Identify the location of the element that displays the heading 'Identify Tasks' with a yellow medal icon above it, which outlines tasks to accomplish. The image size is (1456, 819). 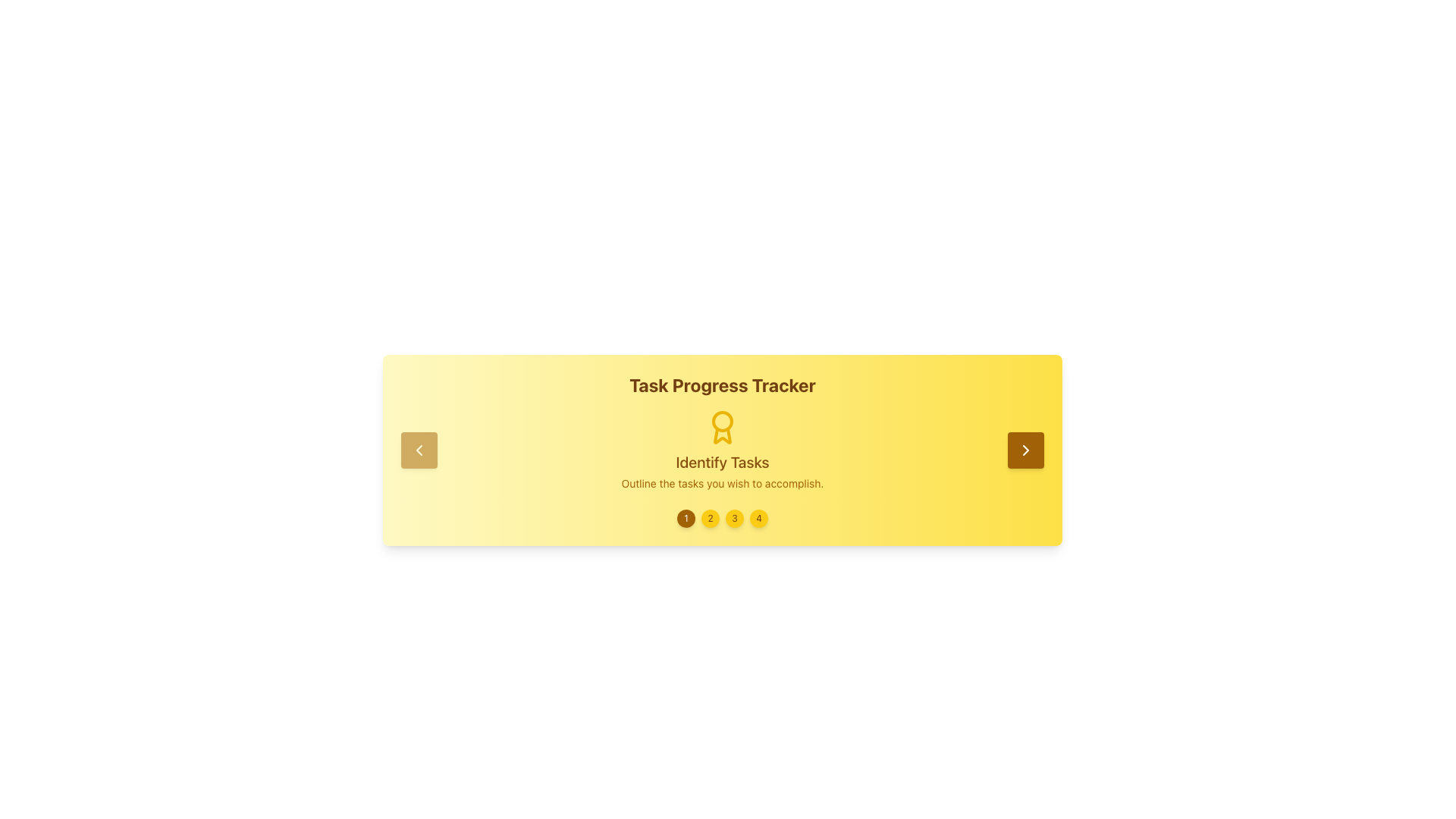
(722, 450).